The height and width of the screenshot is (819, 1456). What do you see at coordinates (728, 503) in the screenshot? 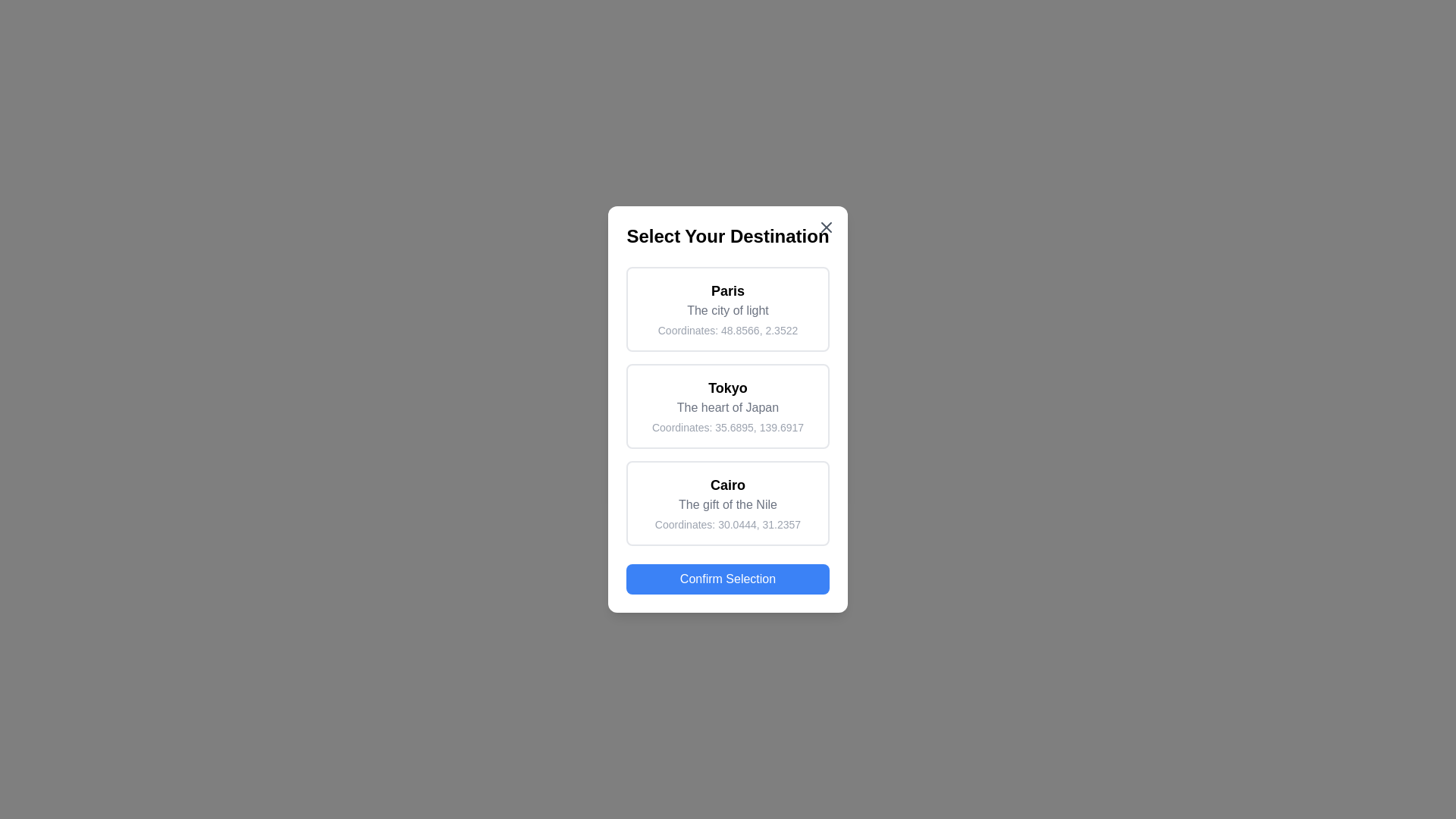
I see `the destination card for Cairo` at bounding box center [728, 503].